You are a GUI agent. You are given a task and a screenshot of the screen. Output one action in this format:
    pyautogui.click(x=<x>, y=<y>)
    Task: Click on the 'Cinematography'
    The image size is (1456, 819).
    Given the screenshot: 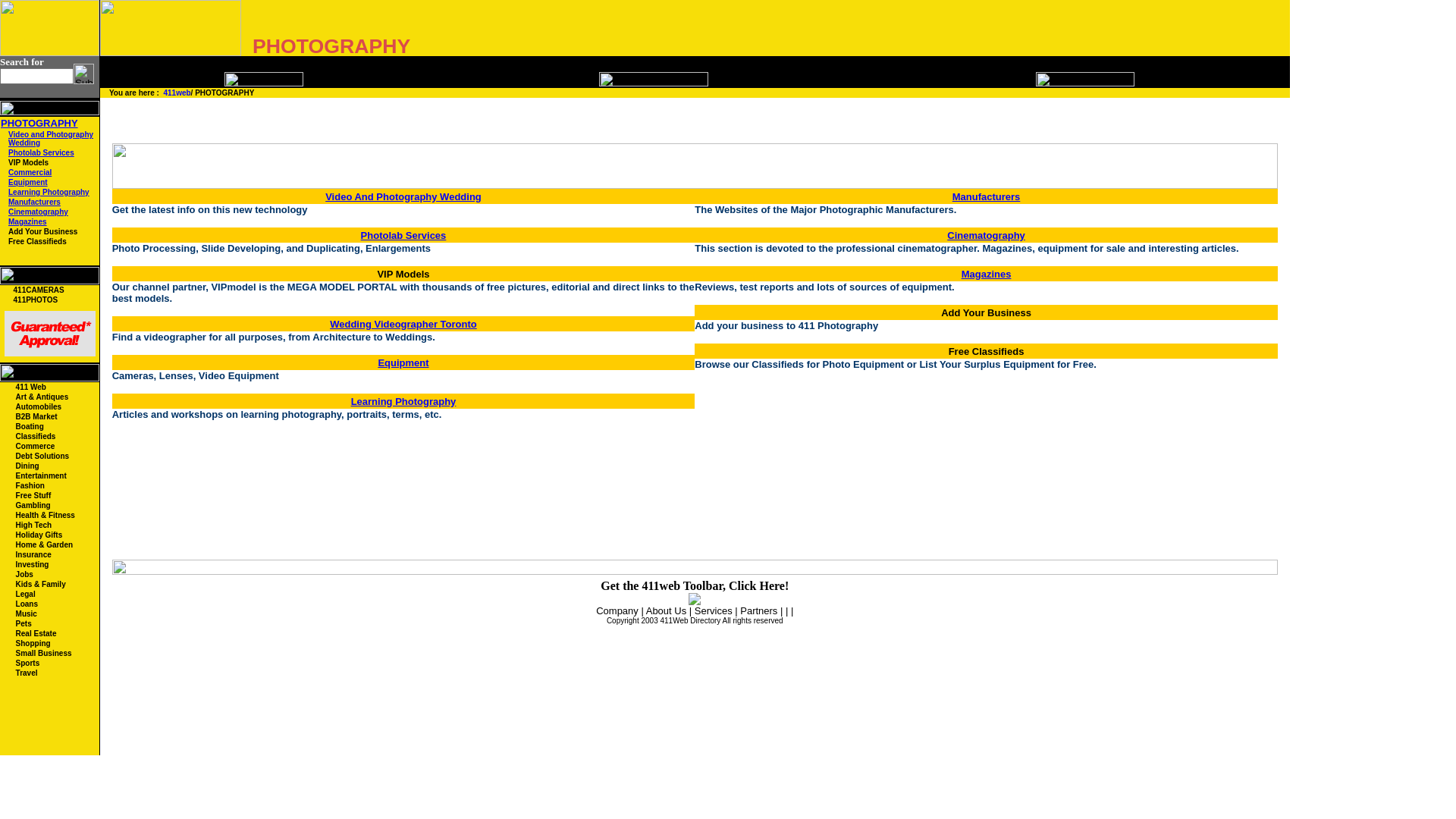 What is the action you would take?
    pyautogui.click(x=38, y=212)
    